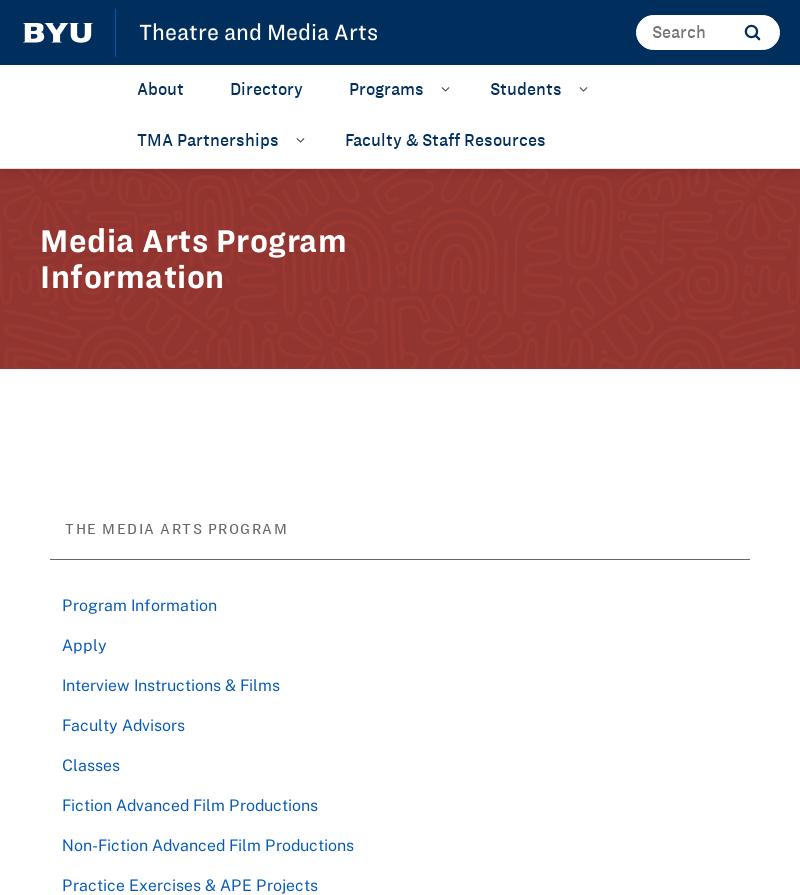 This screenshot has height=895, width=800. Describe the element at coordinates (208, 138) in the screenshot. I see `'TMA Partnerships'` at that location.